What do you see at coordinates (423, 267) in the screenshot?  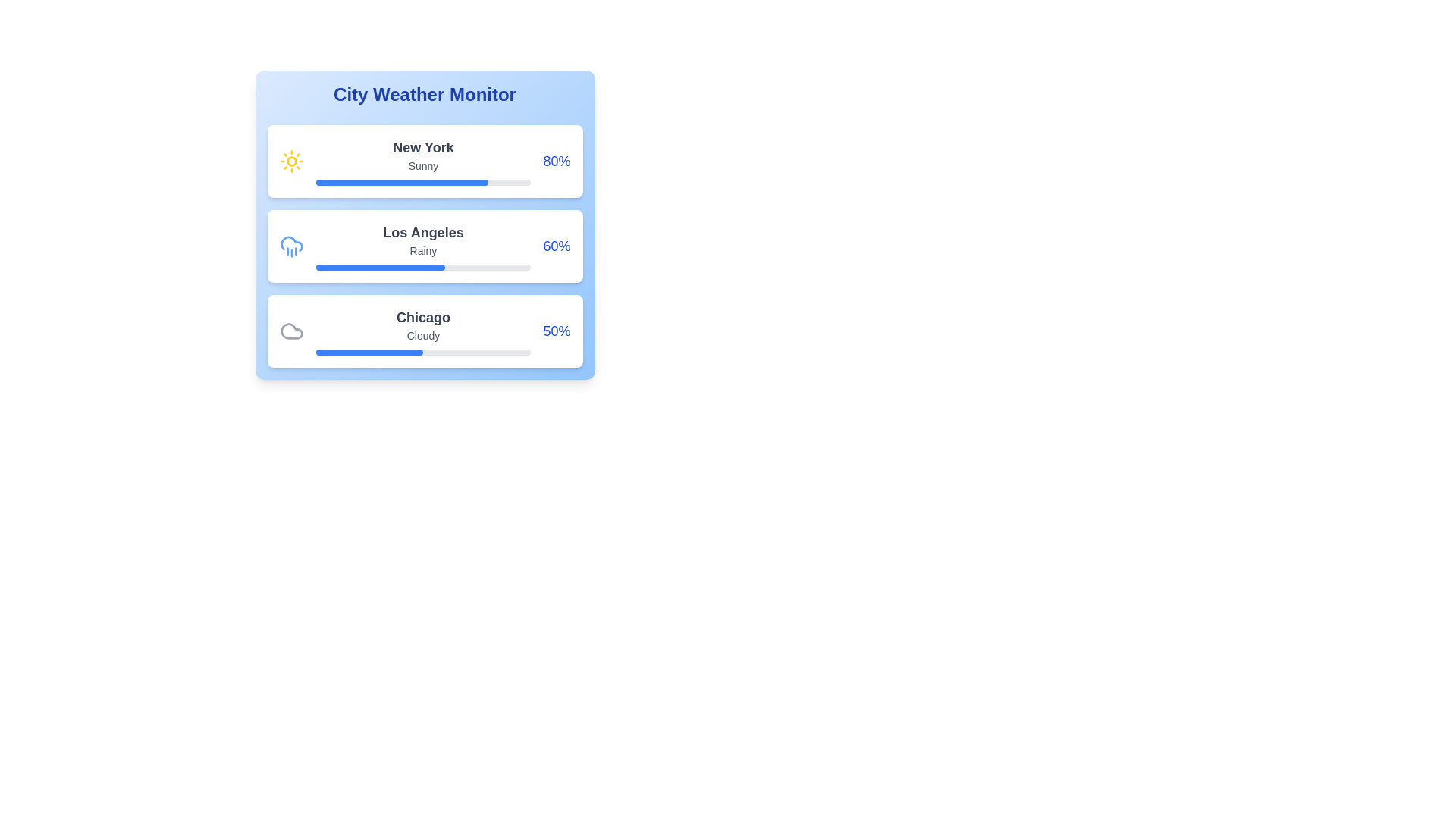 I see `the Progress bar that visually represents 60% completion, positioned below the 'Rainy' label in the 'Los Angeles' section of the card layout` at bounding box center [423, 267].